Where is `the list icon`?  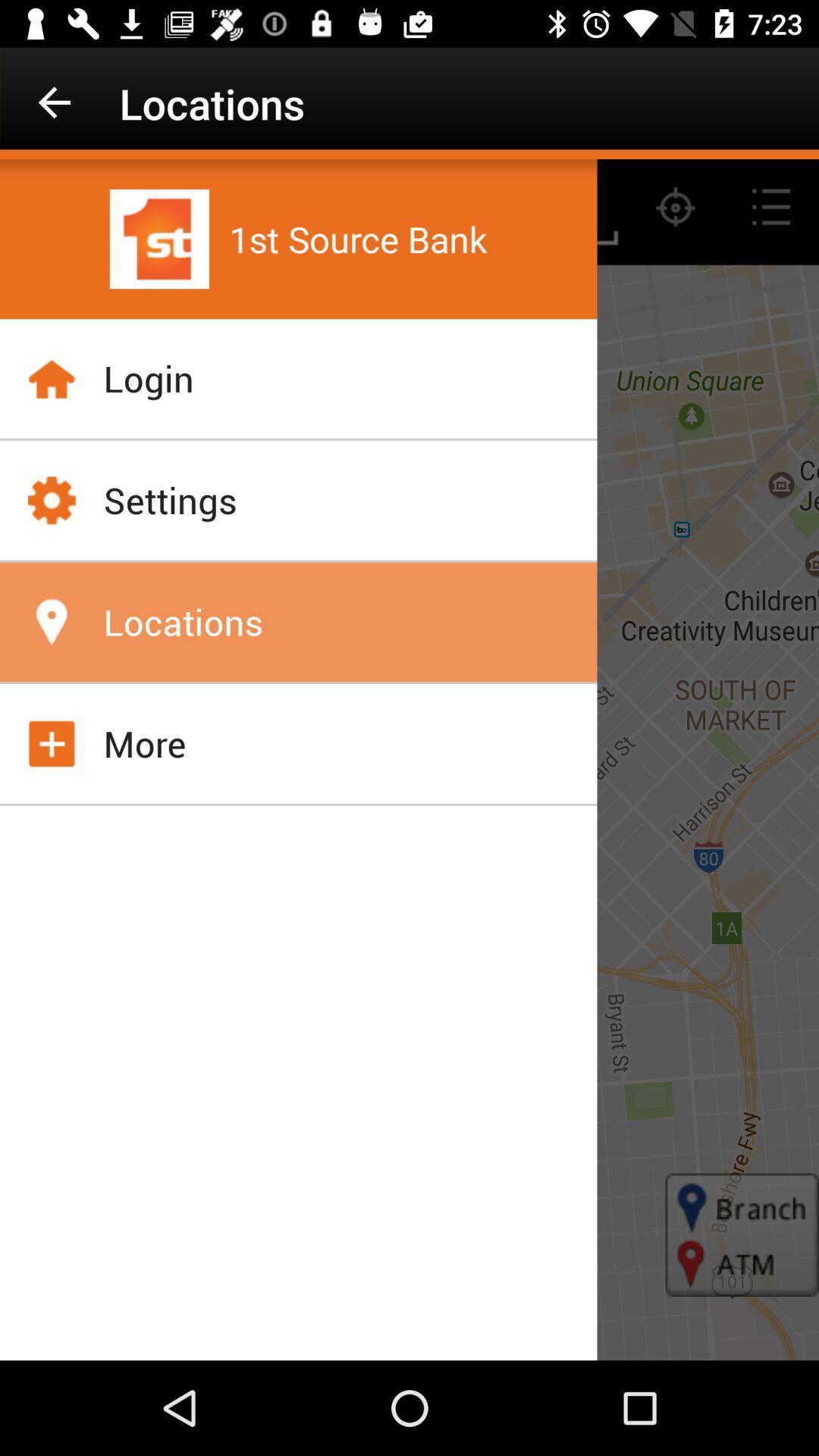 the list icon is located at coordinates (771, 206).